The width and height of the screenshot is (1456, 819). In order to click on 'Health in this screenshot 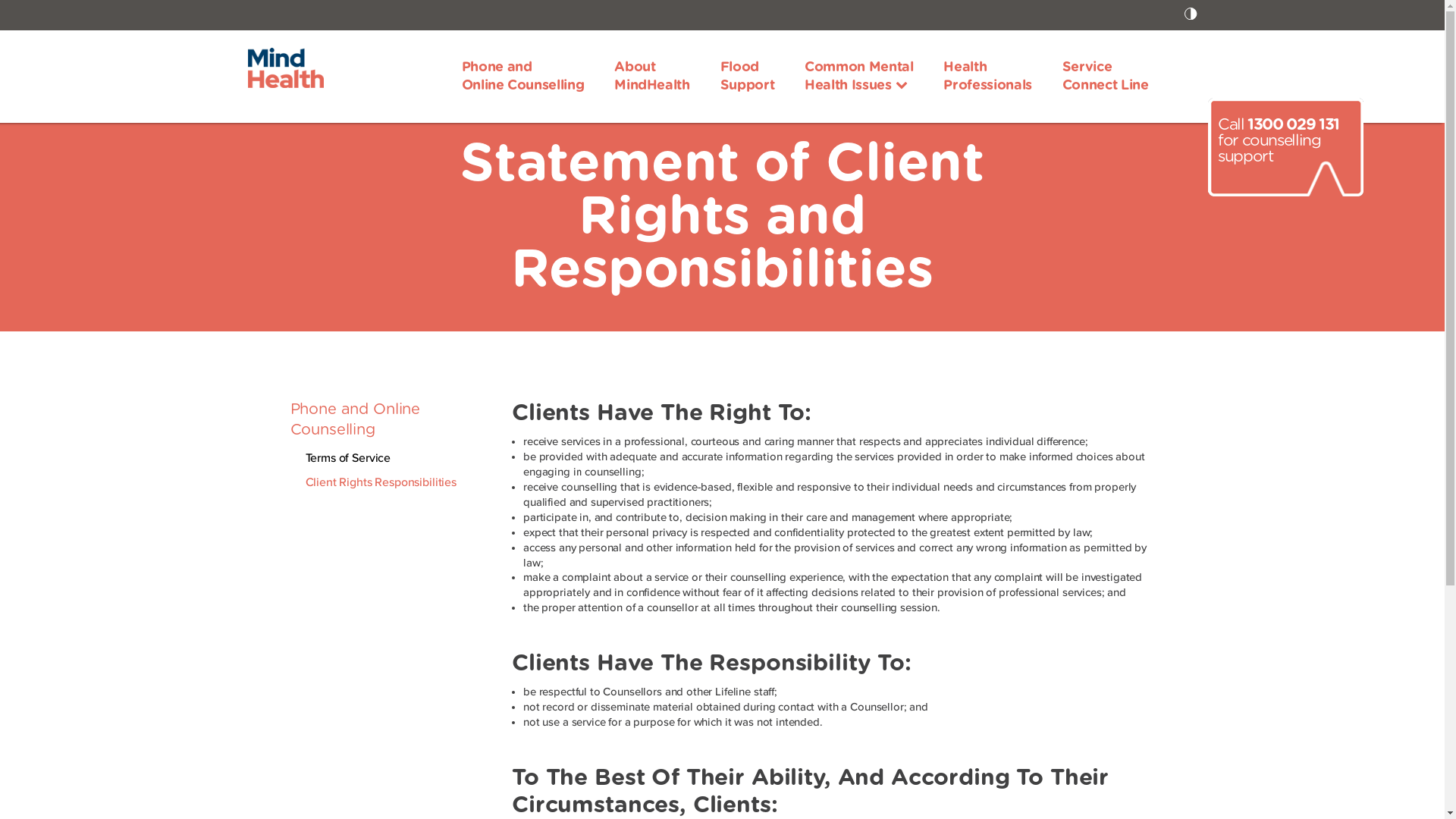, I will do `click(987, 77)`.